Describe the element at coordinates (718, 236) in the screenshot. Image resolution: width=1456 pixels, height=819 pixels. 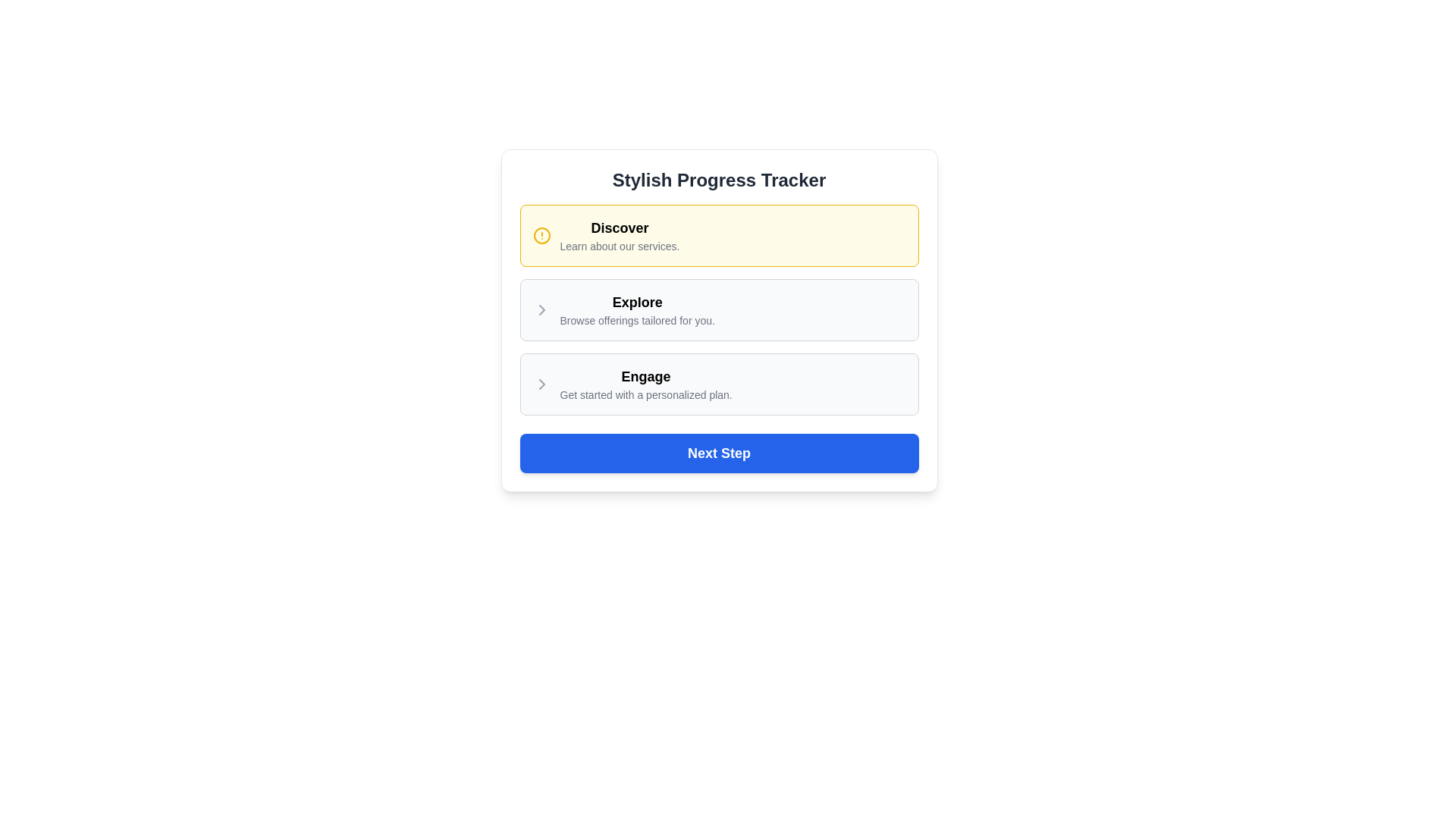
I see `the first Informational card located at the top of the vertically aligned list, just above the 'Explore' section` at that location.